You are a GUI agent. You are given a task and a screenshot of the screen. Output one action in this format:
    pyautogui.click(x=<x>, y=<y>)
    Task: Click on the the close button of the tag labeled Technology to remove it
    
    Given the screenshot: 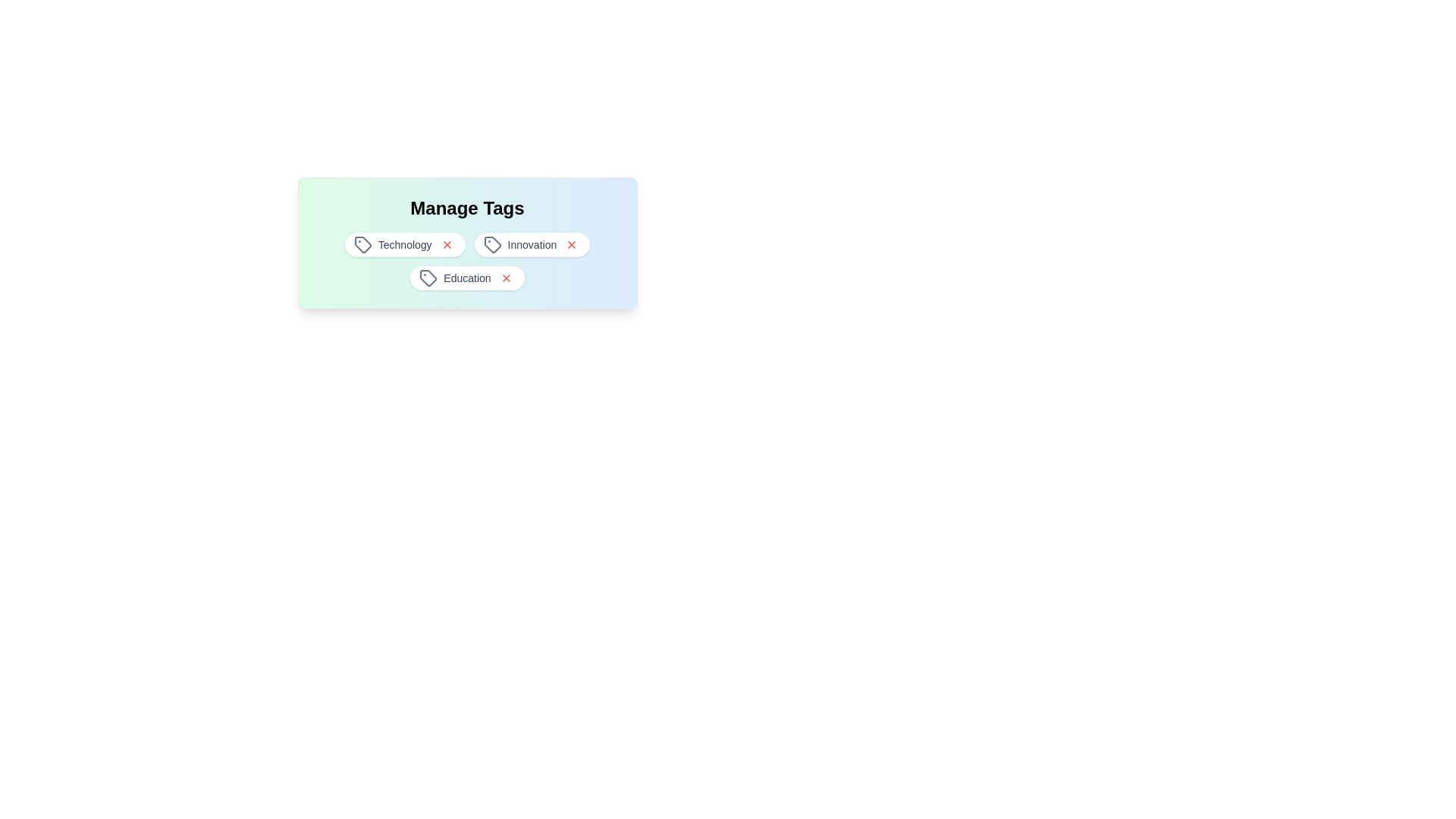 What is the action you would take?
    pyautogui.click(x=446, y=244)
    